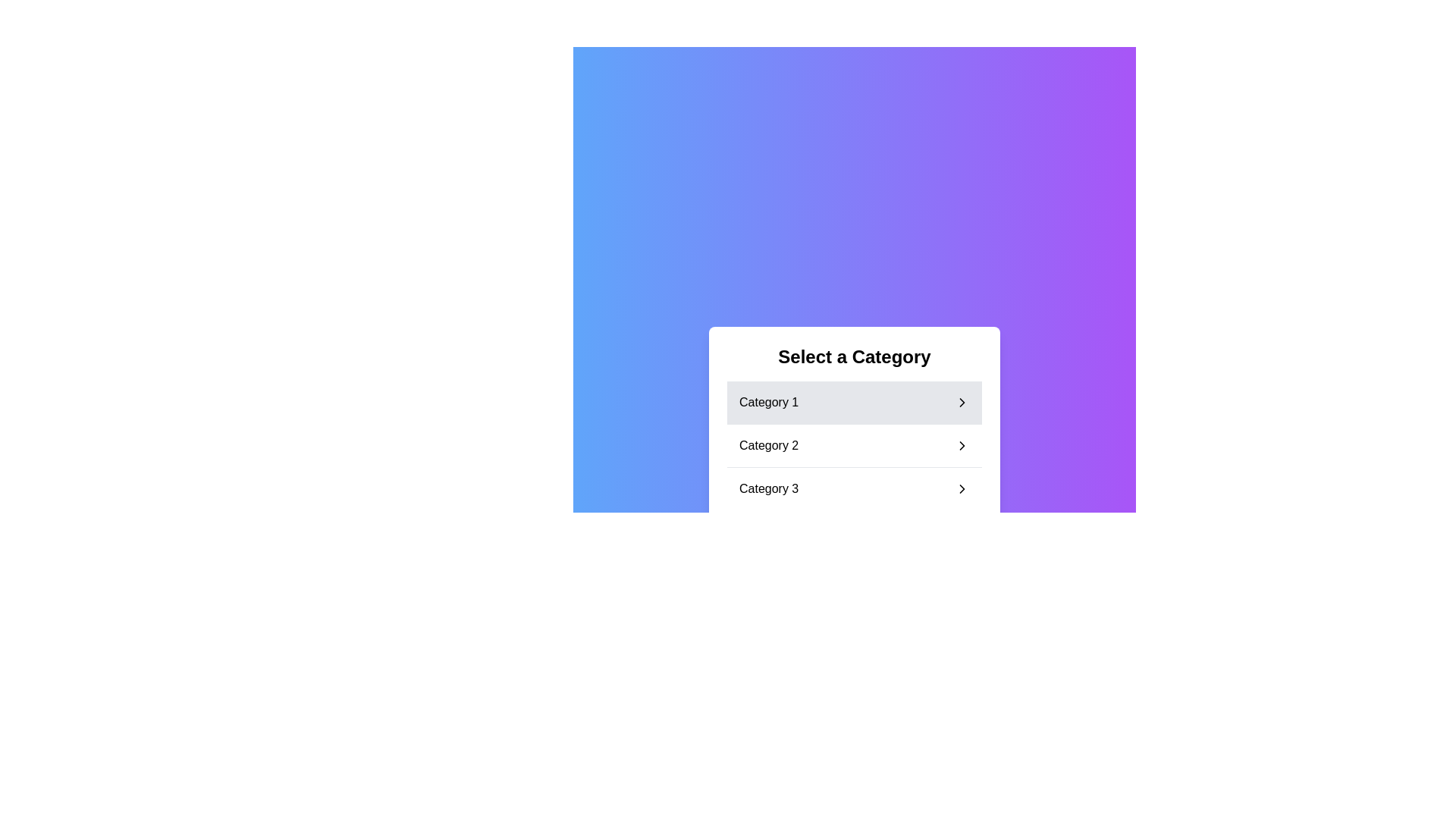  I want to click on the right-pointing chevron icon adjacent to the text 'Category 3', so click(961, 488).